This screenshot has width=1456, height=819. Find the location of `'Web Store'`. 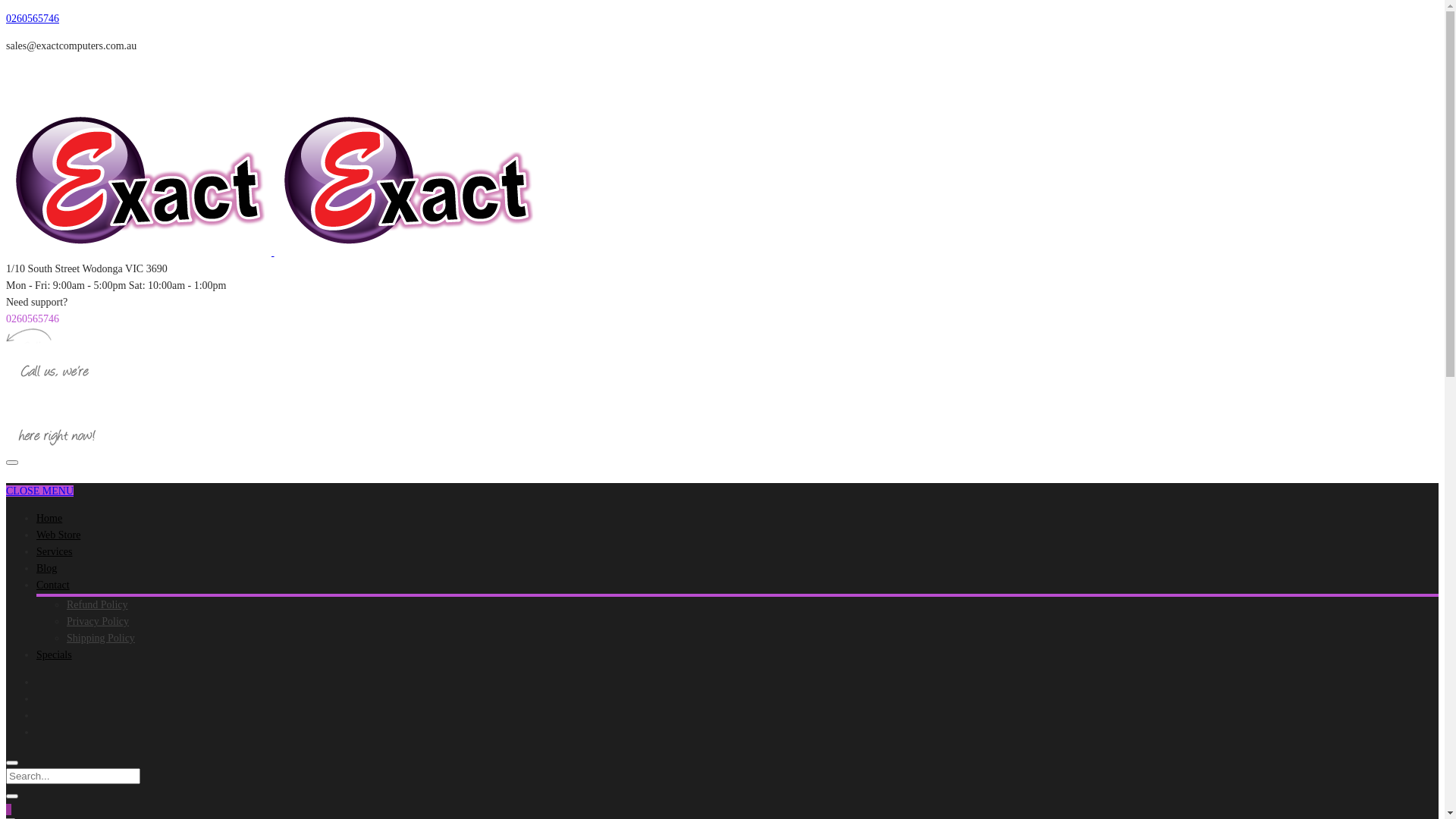

'Web Store' is located at coordinates (36, 534).